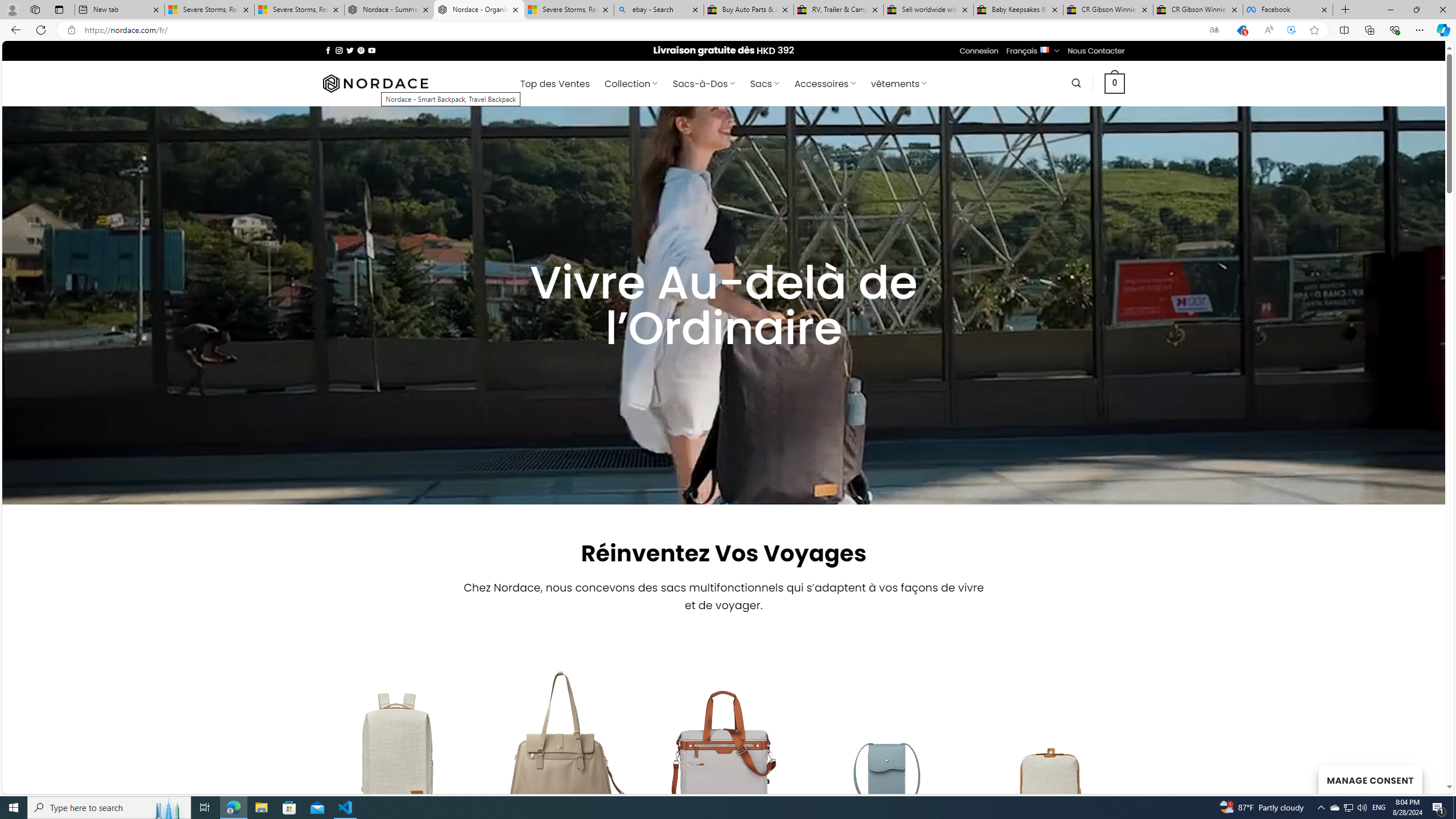  I want to click on 'Nous Contacter', so click(1096, 50).